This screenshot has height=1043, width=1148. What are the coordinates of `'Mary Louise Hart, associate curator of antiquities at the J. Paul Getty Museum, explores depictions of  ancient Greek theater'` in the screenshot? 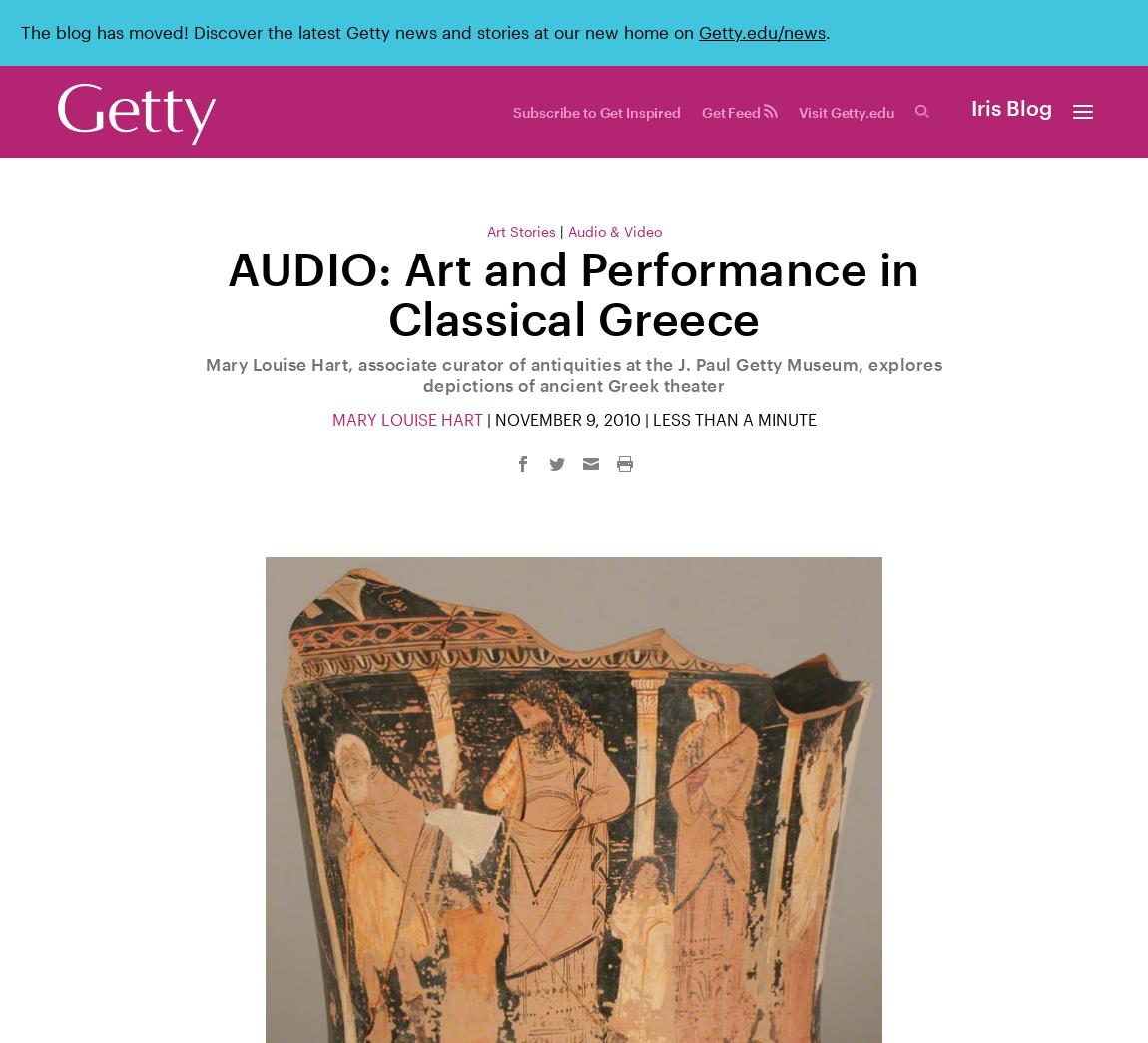 It's located at (574, 372).